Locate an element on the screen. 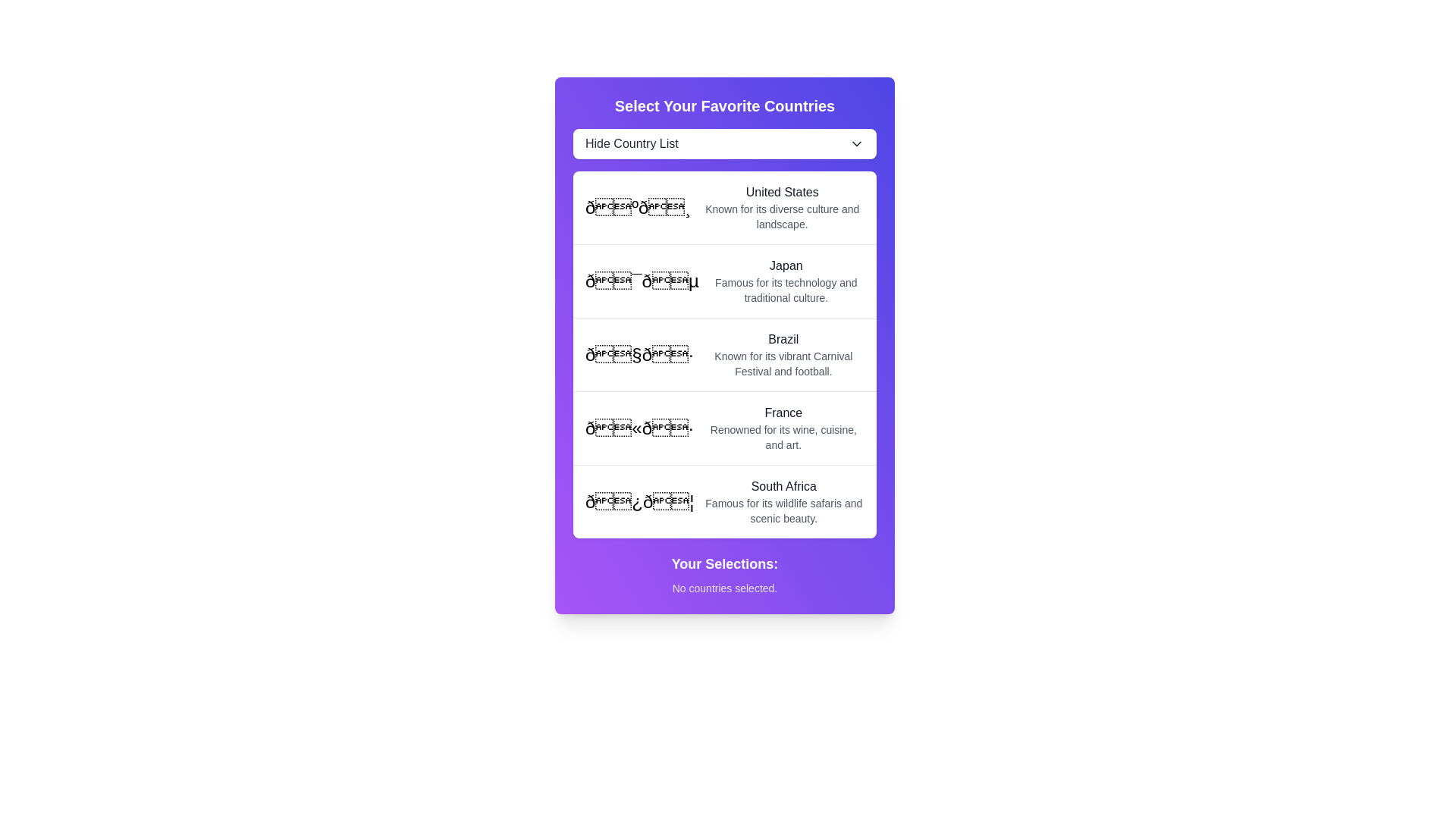 The image size is (1456, 819). the text label displaying 'United States' is located at coordinates (782, 192).